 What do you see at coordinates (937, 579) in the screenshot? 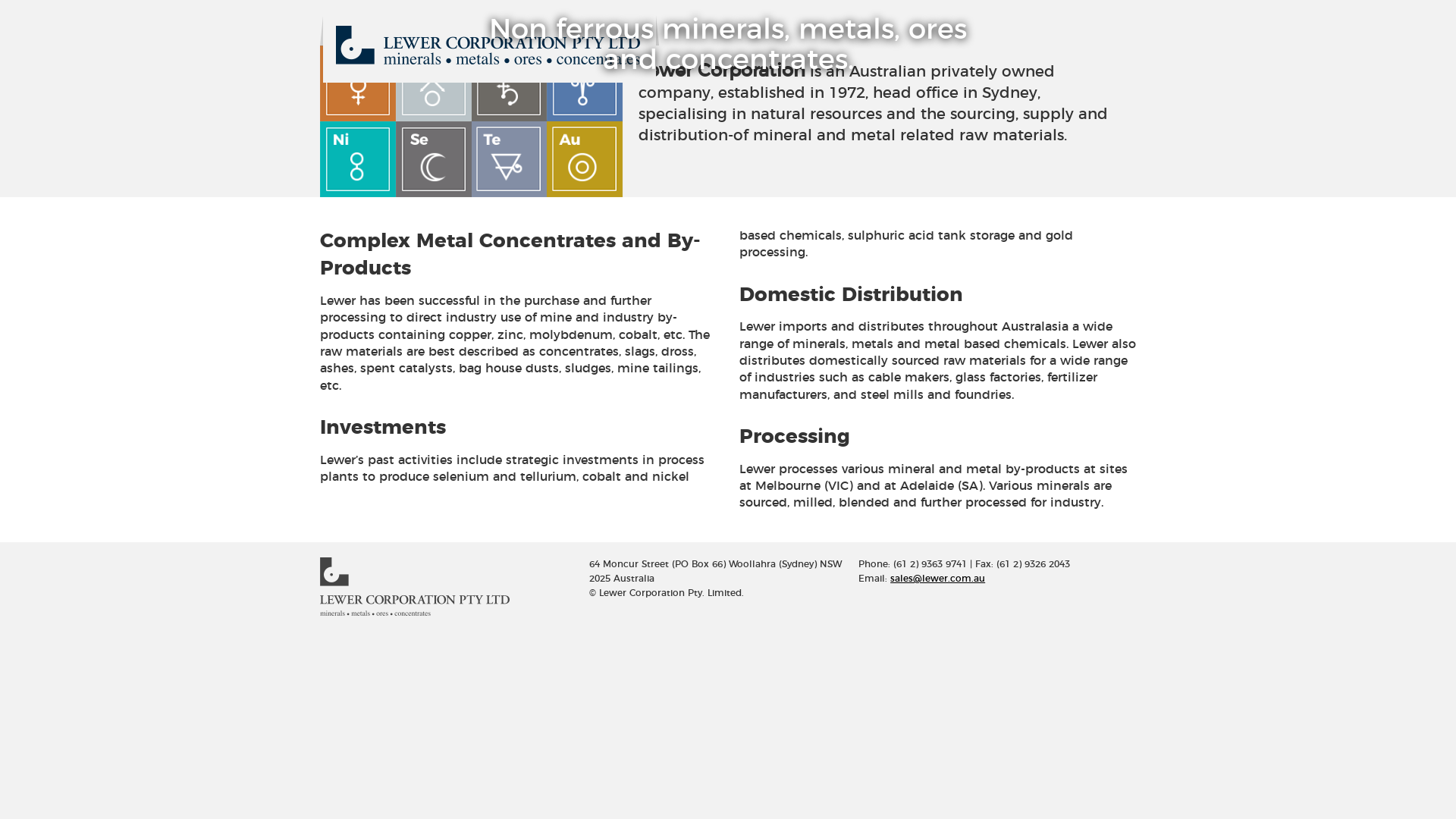
I see `'sales@lewer.com.au'` at bounding box center [937, 579].